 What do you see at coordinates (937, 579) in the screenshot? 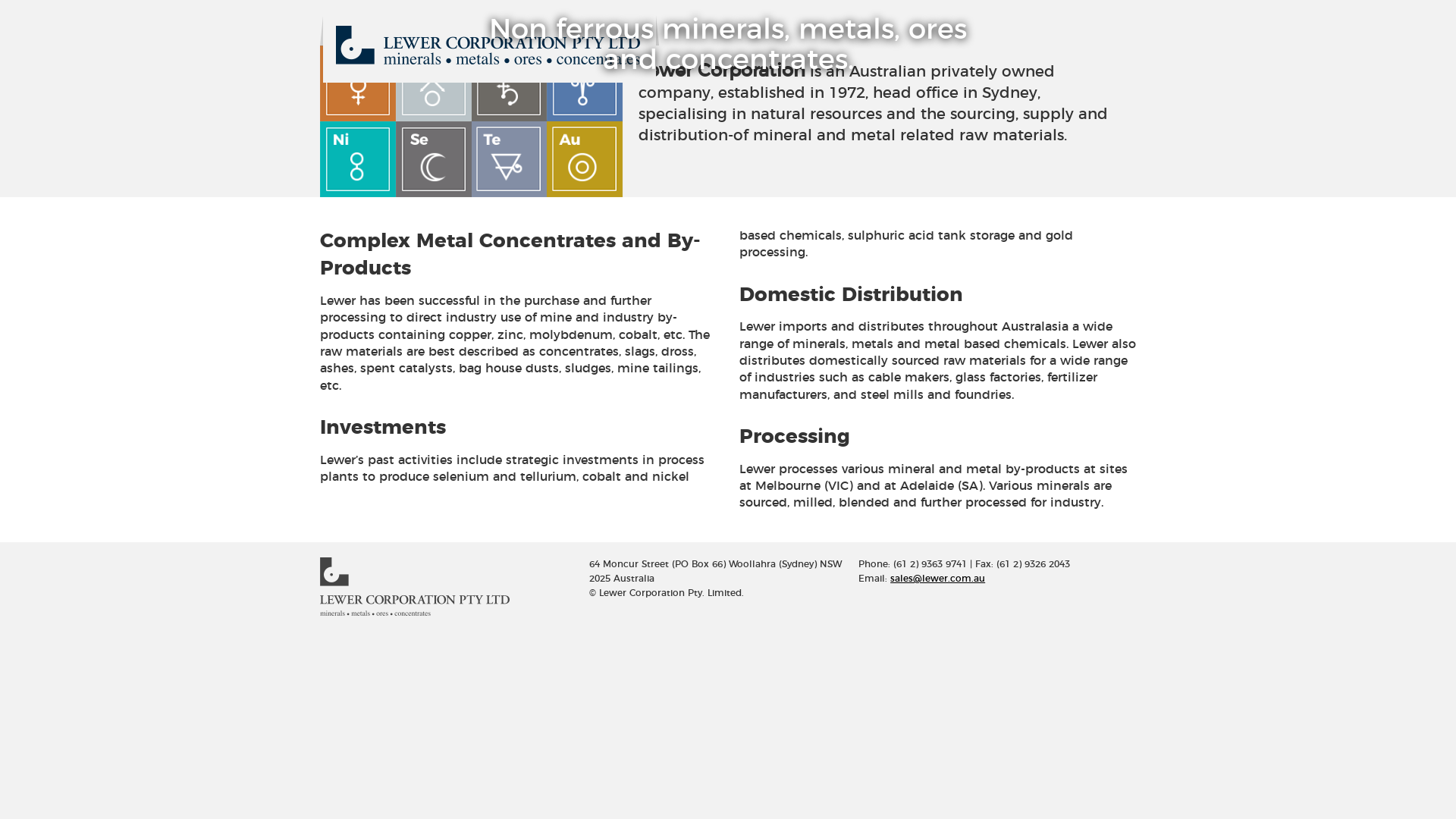
I see `'sales@lewer.com.au'` at bounding box center [937, 579].